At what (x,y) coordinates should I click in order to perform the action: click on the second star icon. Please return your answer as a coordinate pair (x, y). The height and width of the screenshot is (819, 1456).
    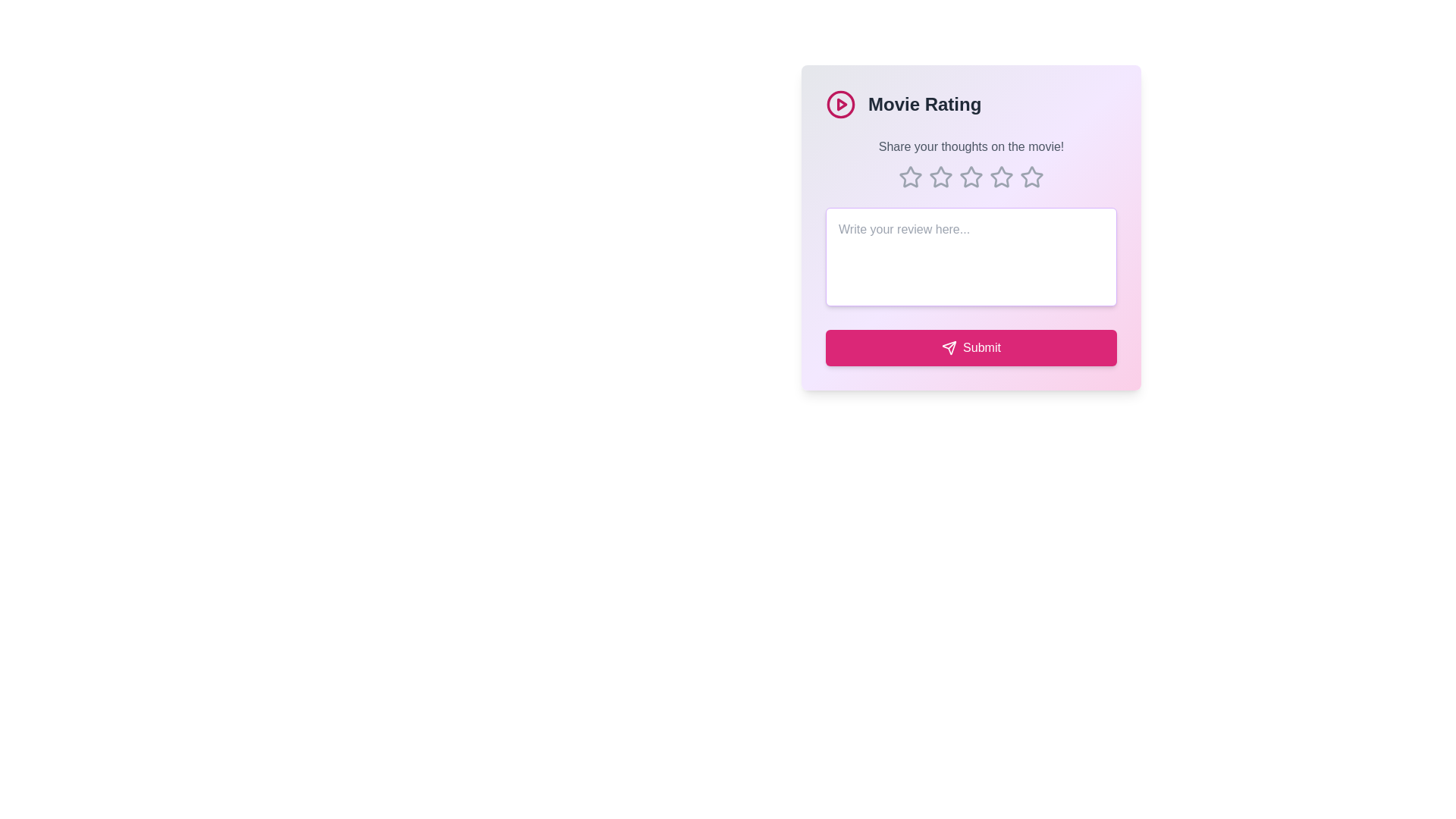
    Looking at the image, I should click on (939, 175).